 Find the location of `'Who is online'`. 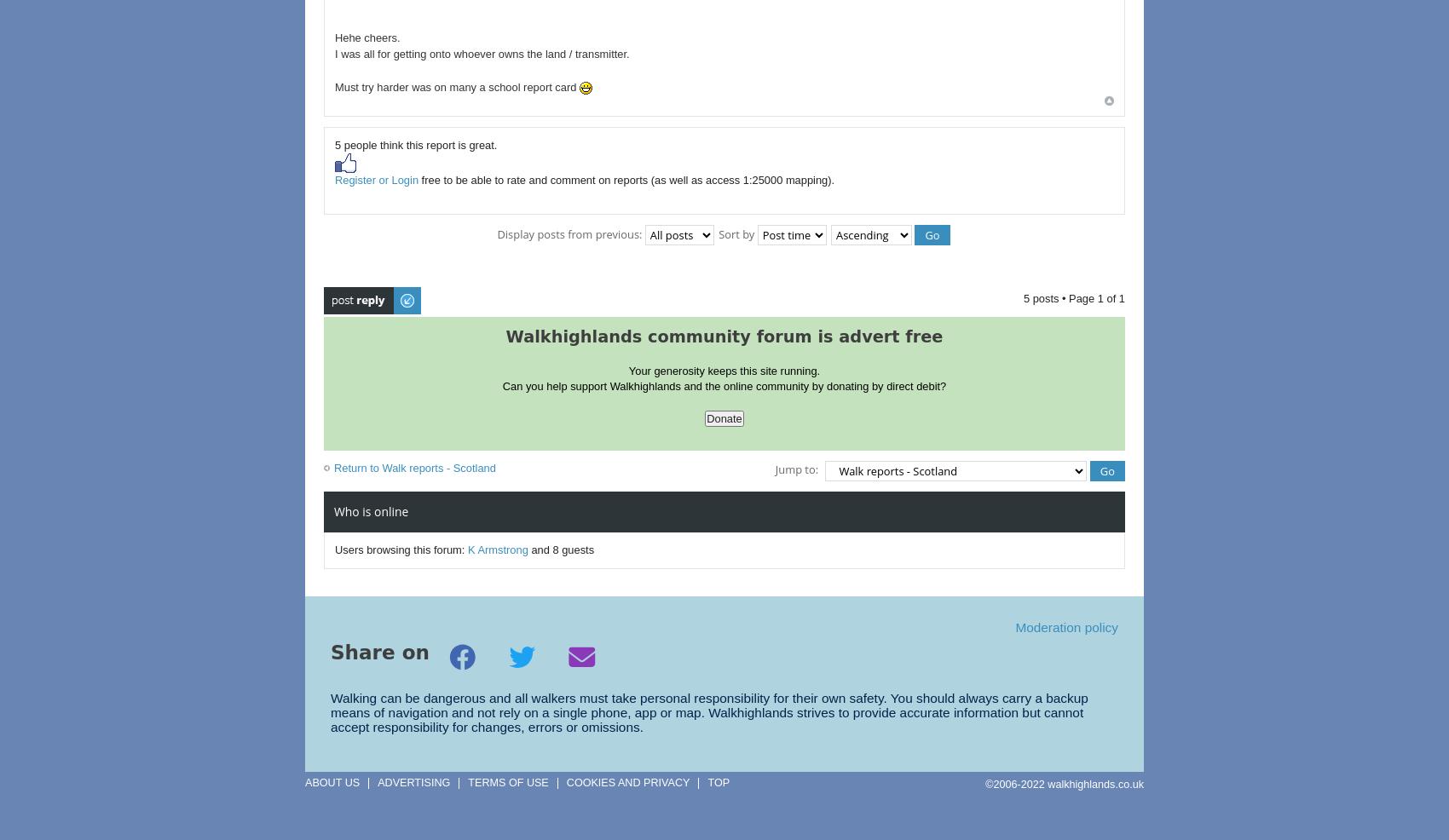

'Who is online' is located at coordinates (371, 510).